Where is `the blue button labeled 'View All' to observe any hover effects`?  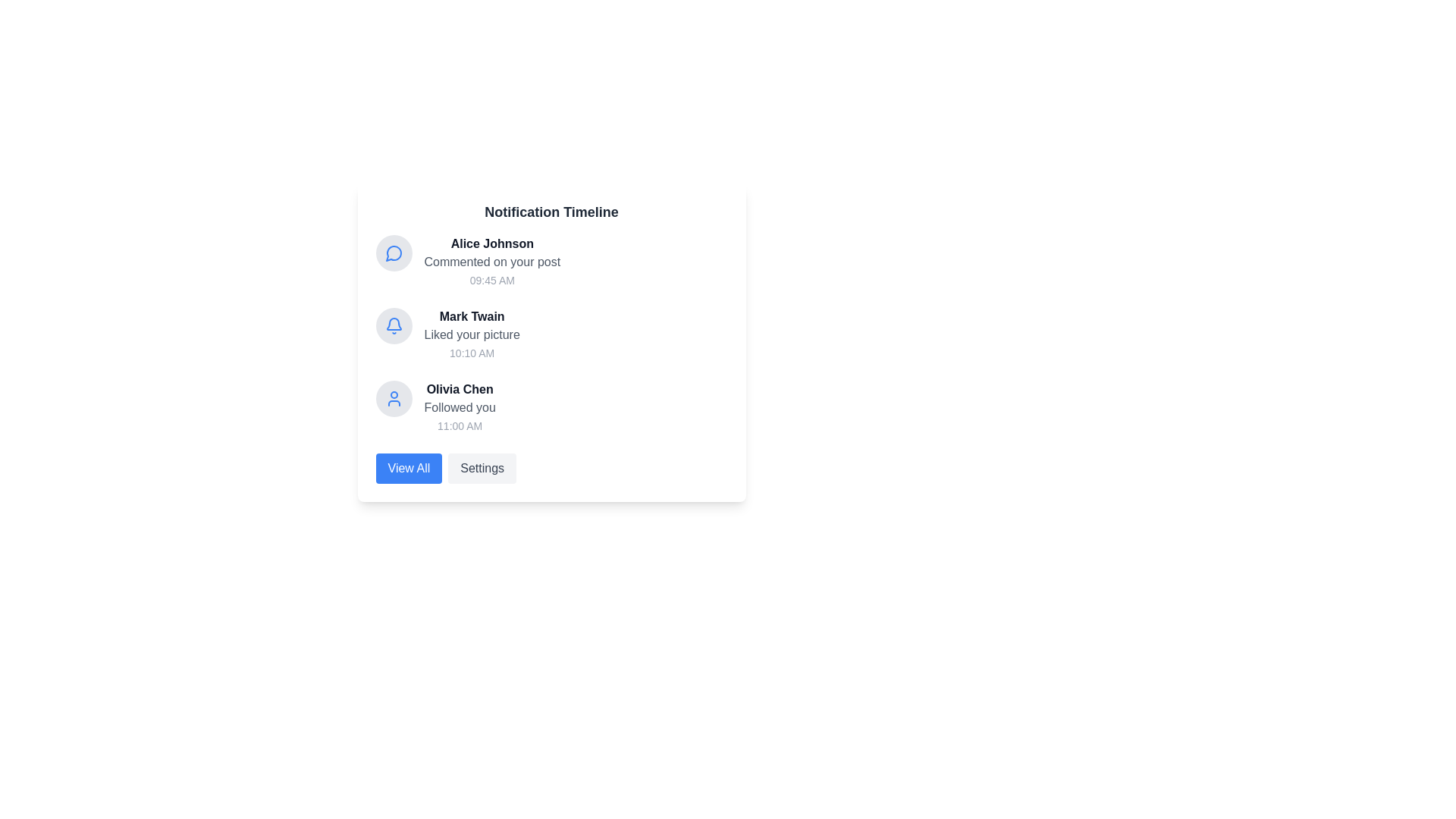
the blue button labeled 'View All' to observe any hover effects is located at coordinates (409, 467).